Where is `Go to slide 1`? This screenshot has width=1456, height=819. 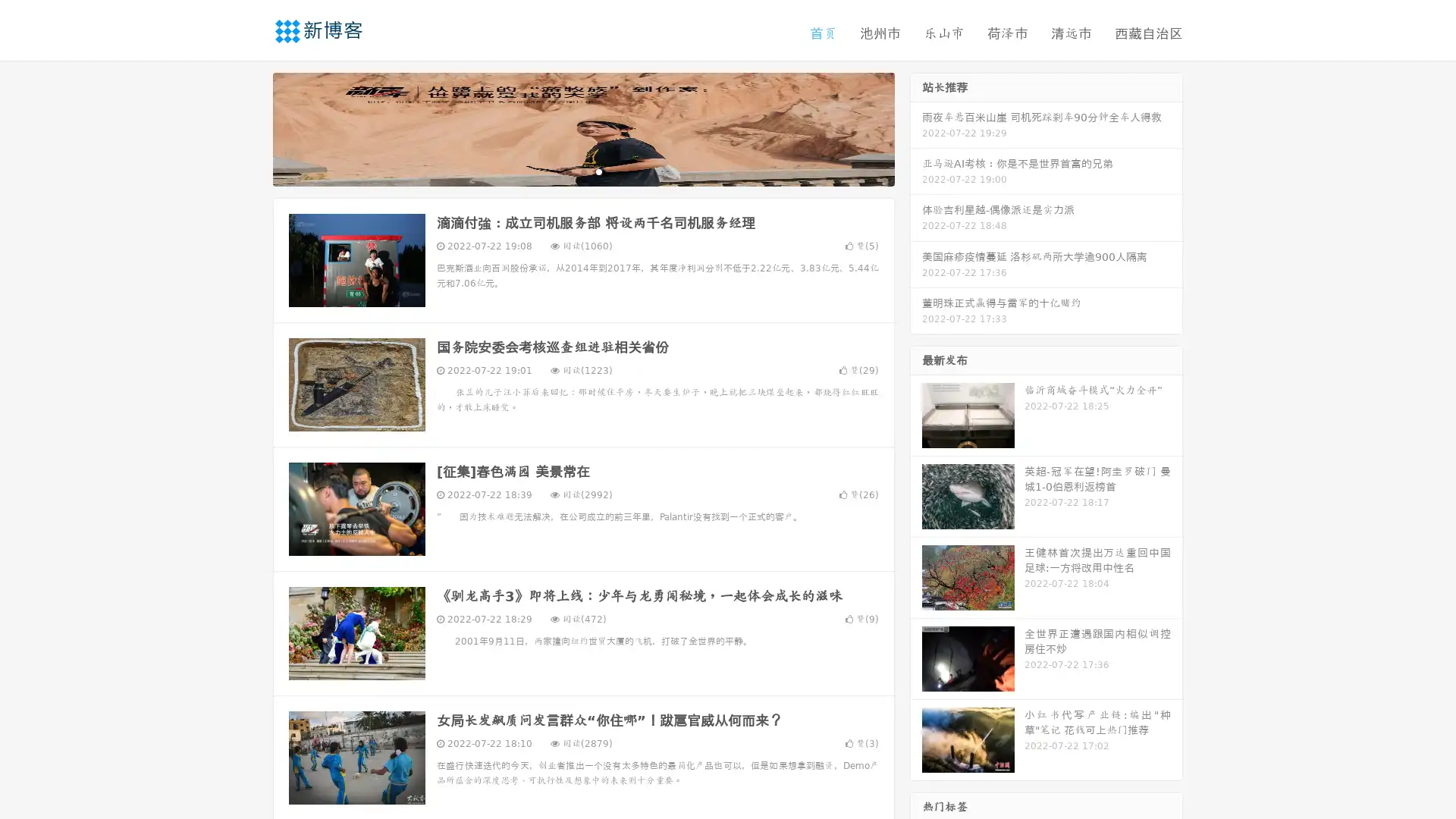 Go to slide 1 is located at coordinates (567, 171).